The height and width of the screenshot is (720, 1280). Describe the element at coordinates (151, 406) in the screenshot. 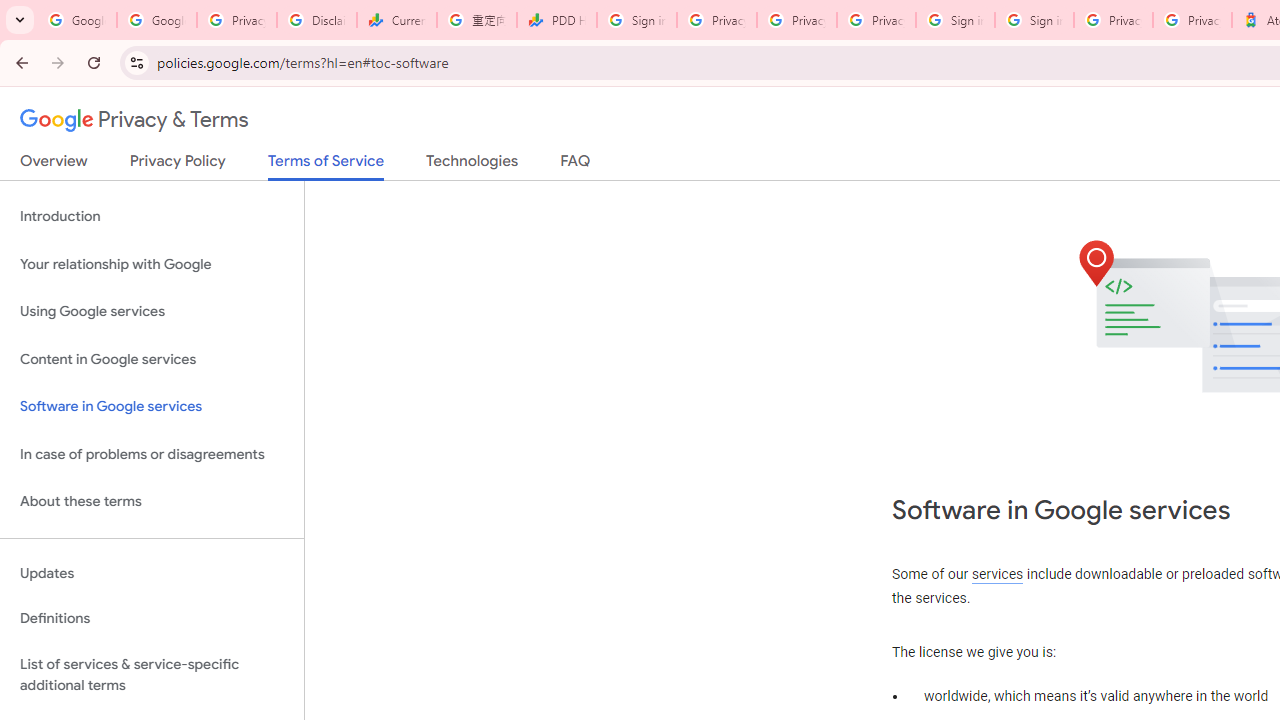

I see `'Software in Google services'` at that location.